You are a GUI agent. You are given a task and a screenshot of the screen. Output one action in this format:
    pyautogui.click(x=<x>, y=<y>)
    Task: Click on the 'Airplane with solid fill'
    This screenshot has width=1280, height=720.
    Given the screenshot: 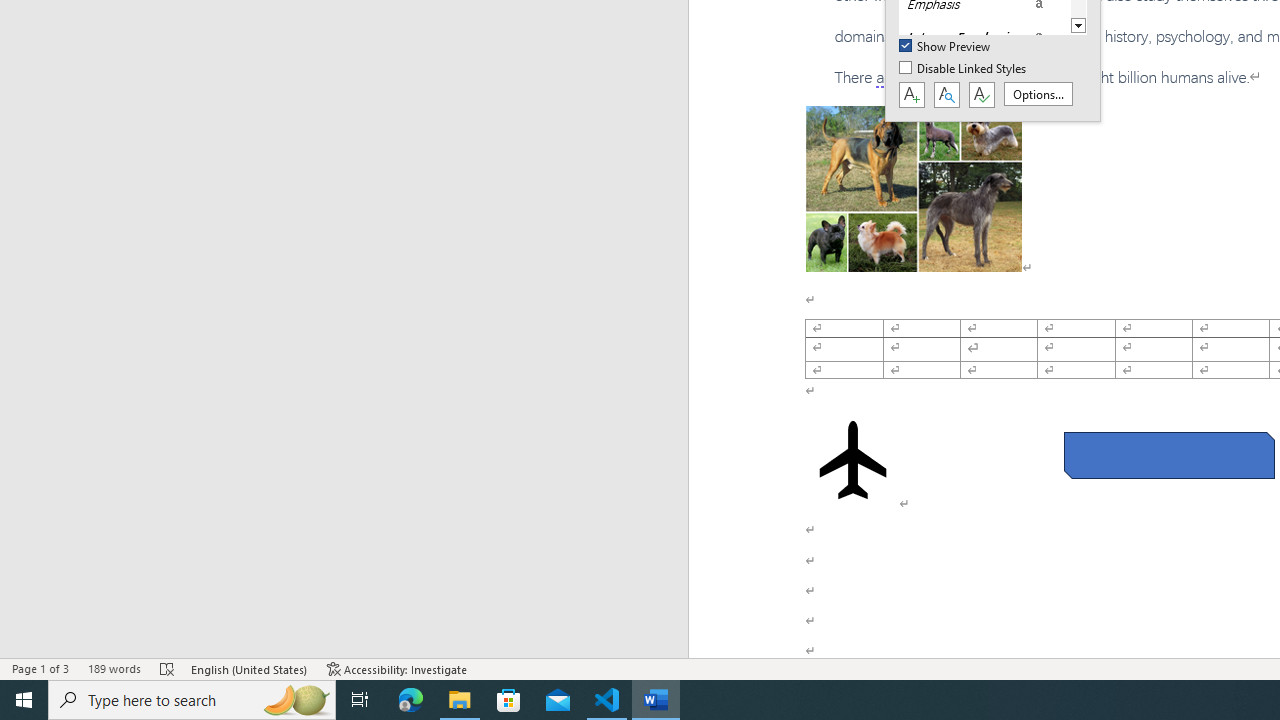 What is the action you would take?
    pyautogui.click(x=853, y=460)
    